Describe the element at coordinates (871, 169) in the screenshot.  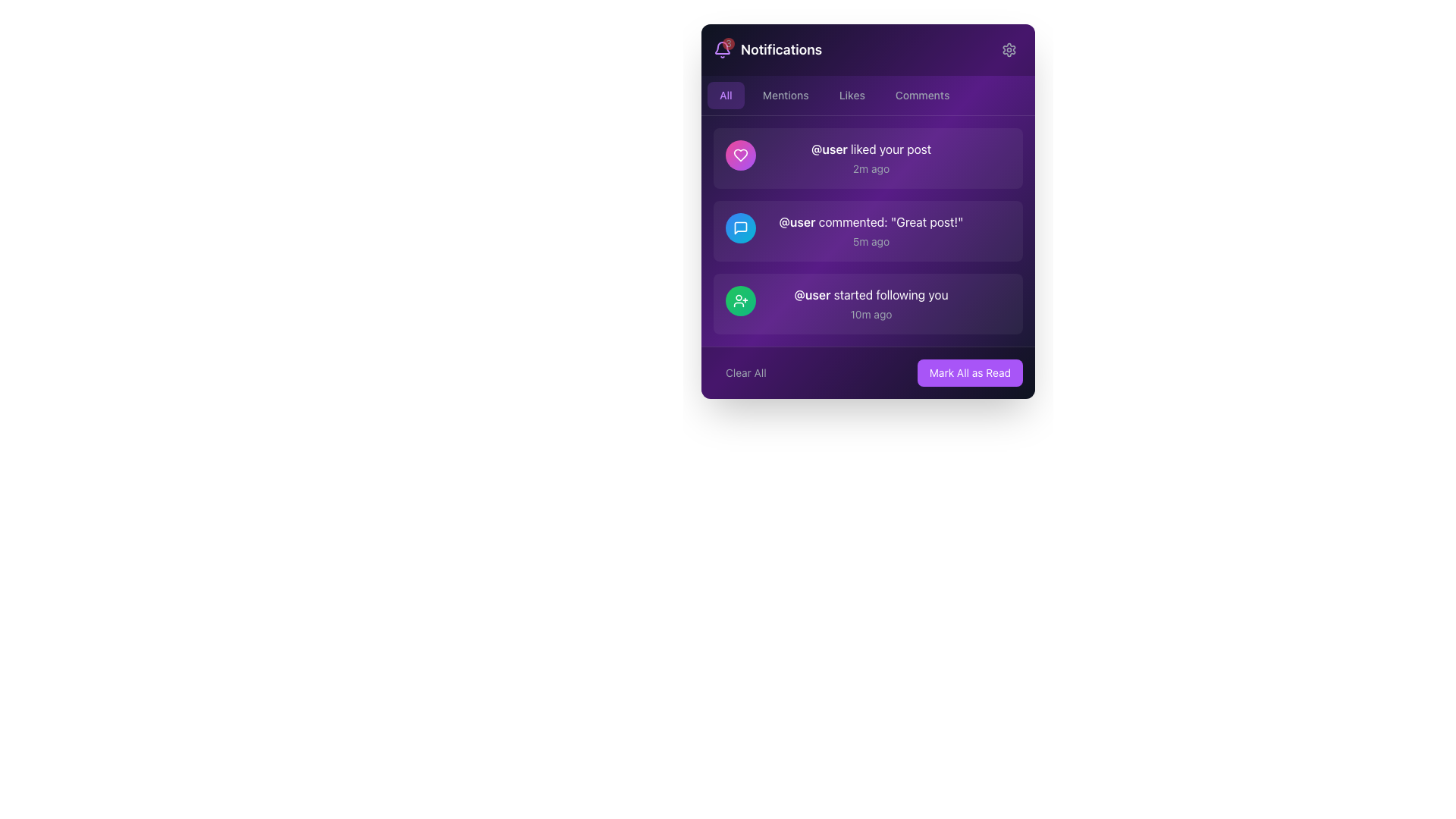
I see `the light gray text element displaying '2m ago' that is located below the main notification text '@user liked your post' in the first notification item of the list` at that location.